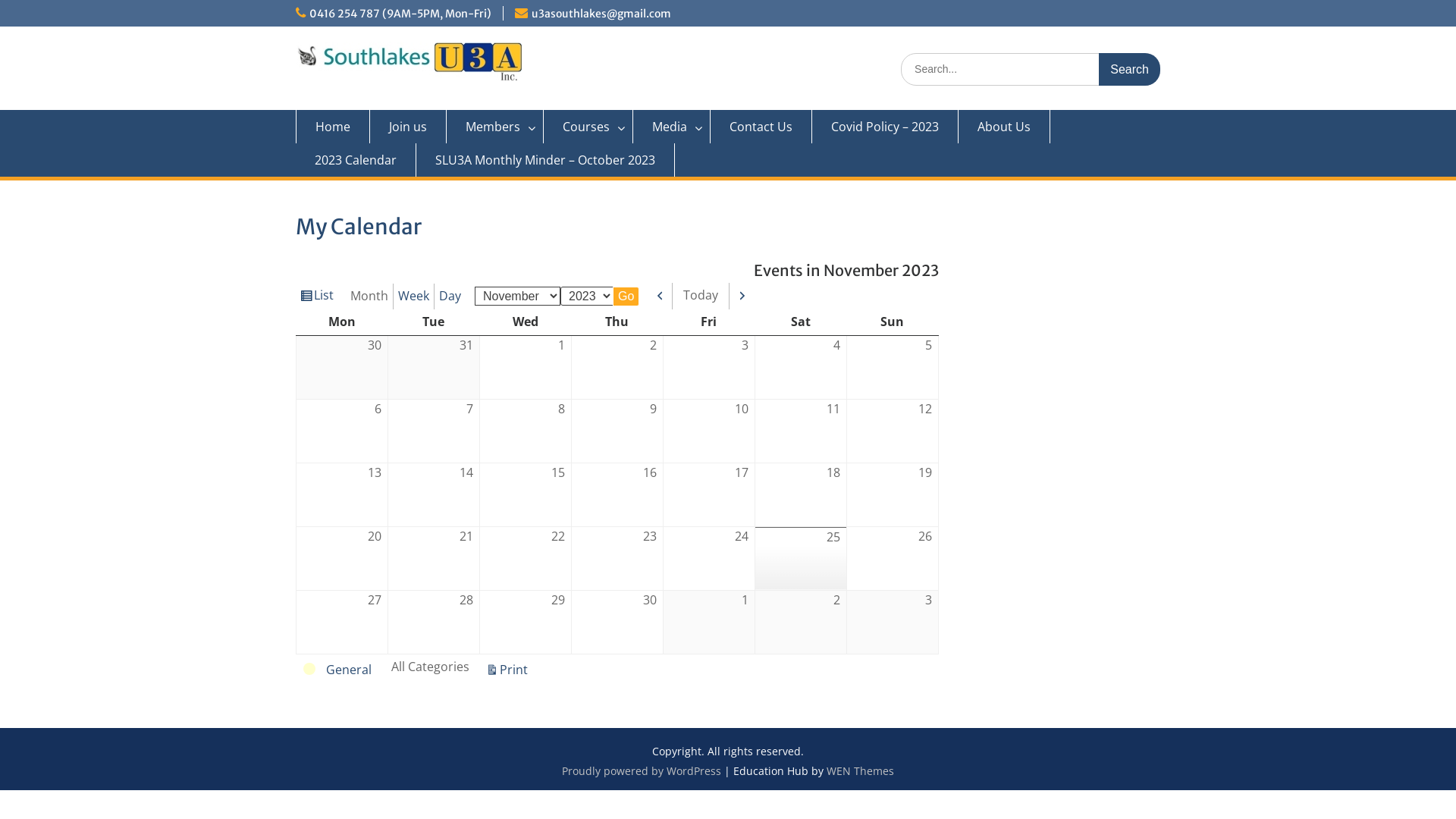 The image size is (1456, 819). What do you see at coordinates (480, 670) in the screenshot?
I see `'Print` at bounding box center [480, 670].